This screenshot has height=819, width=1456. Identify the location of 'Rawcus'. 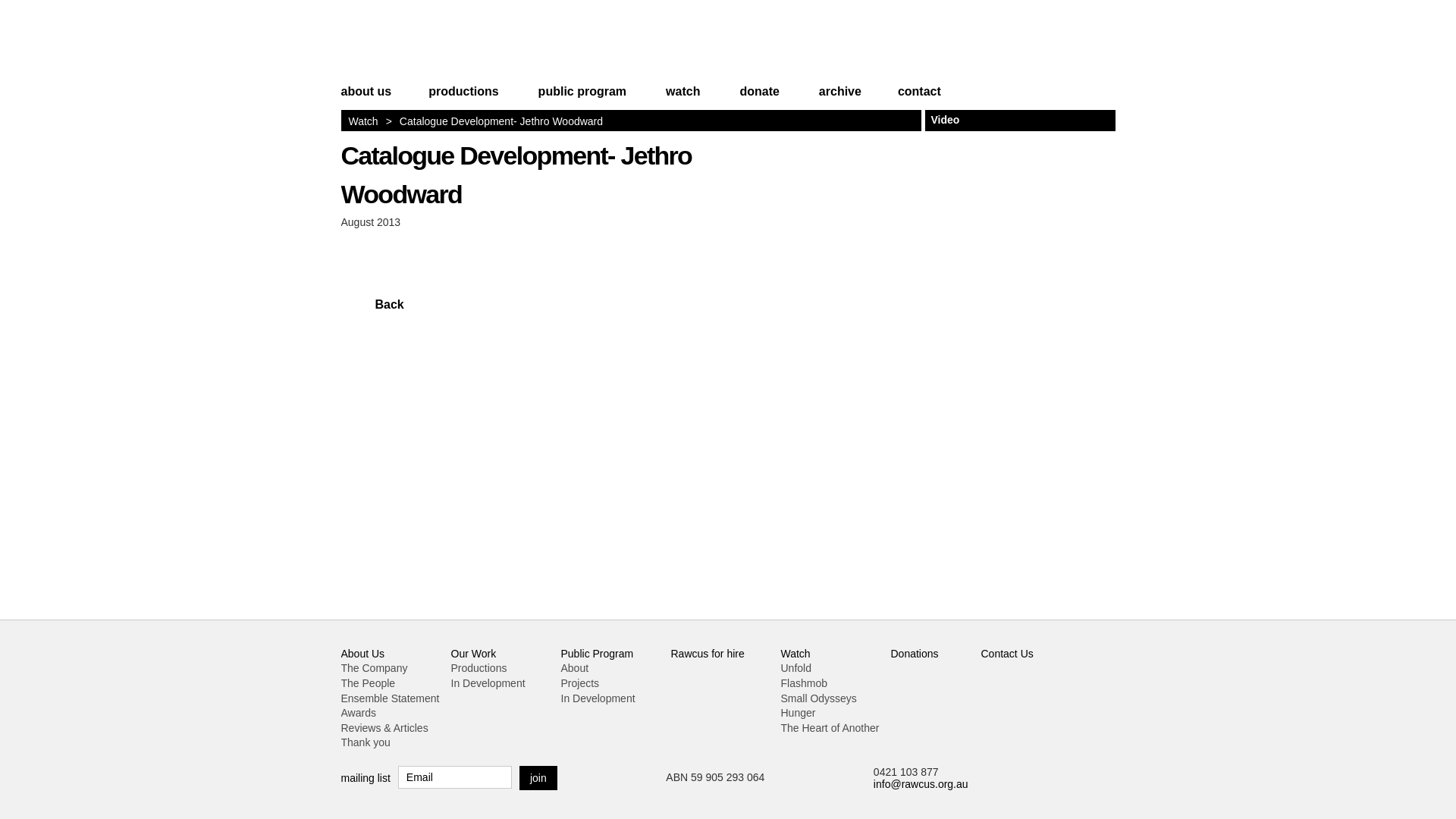
(435, 42).